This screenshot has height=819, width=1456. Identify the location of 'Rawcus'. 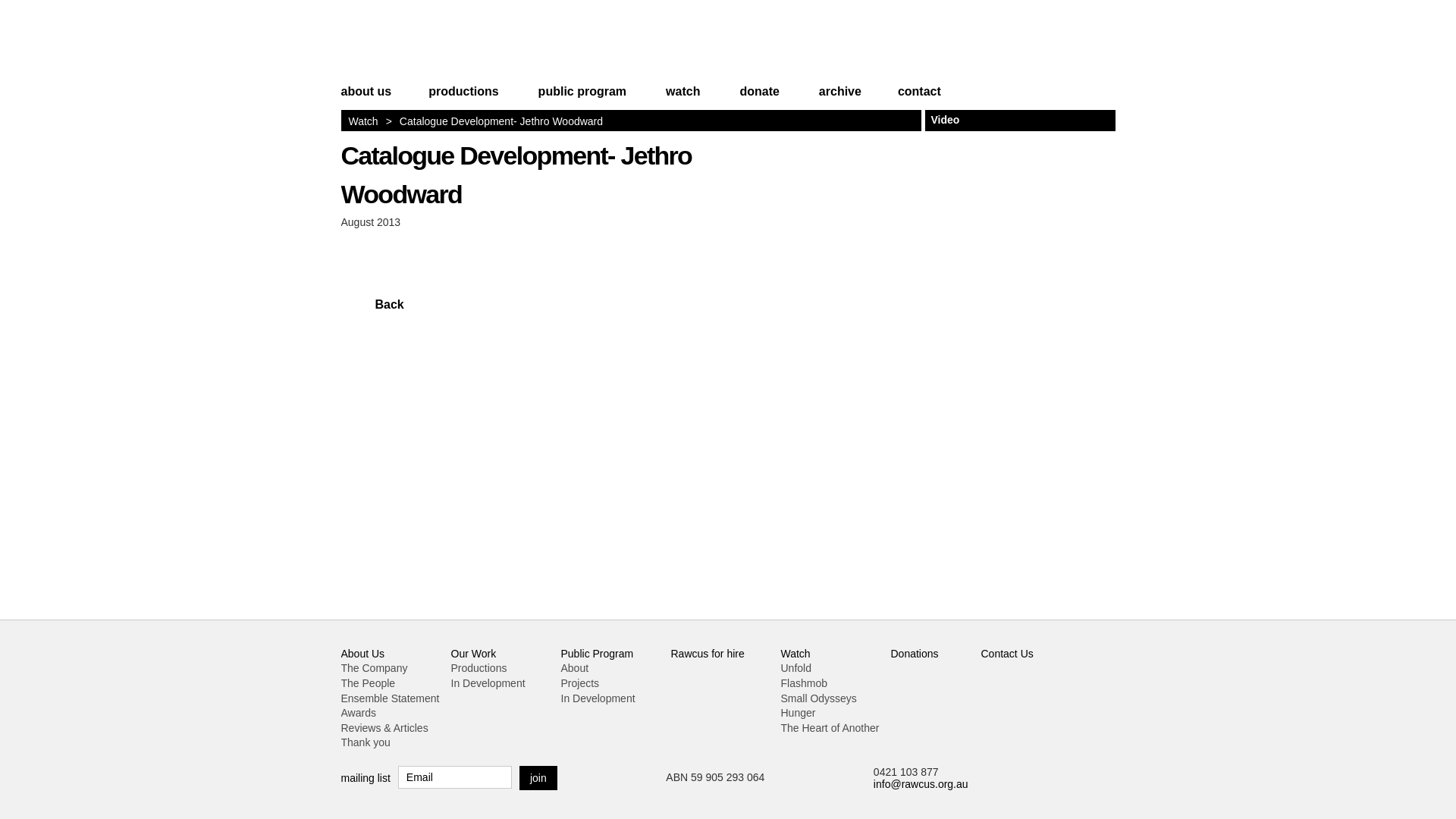
(435, 42).